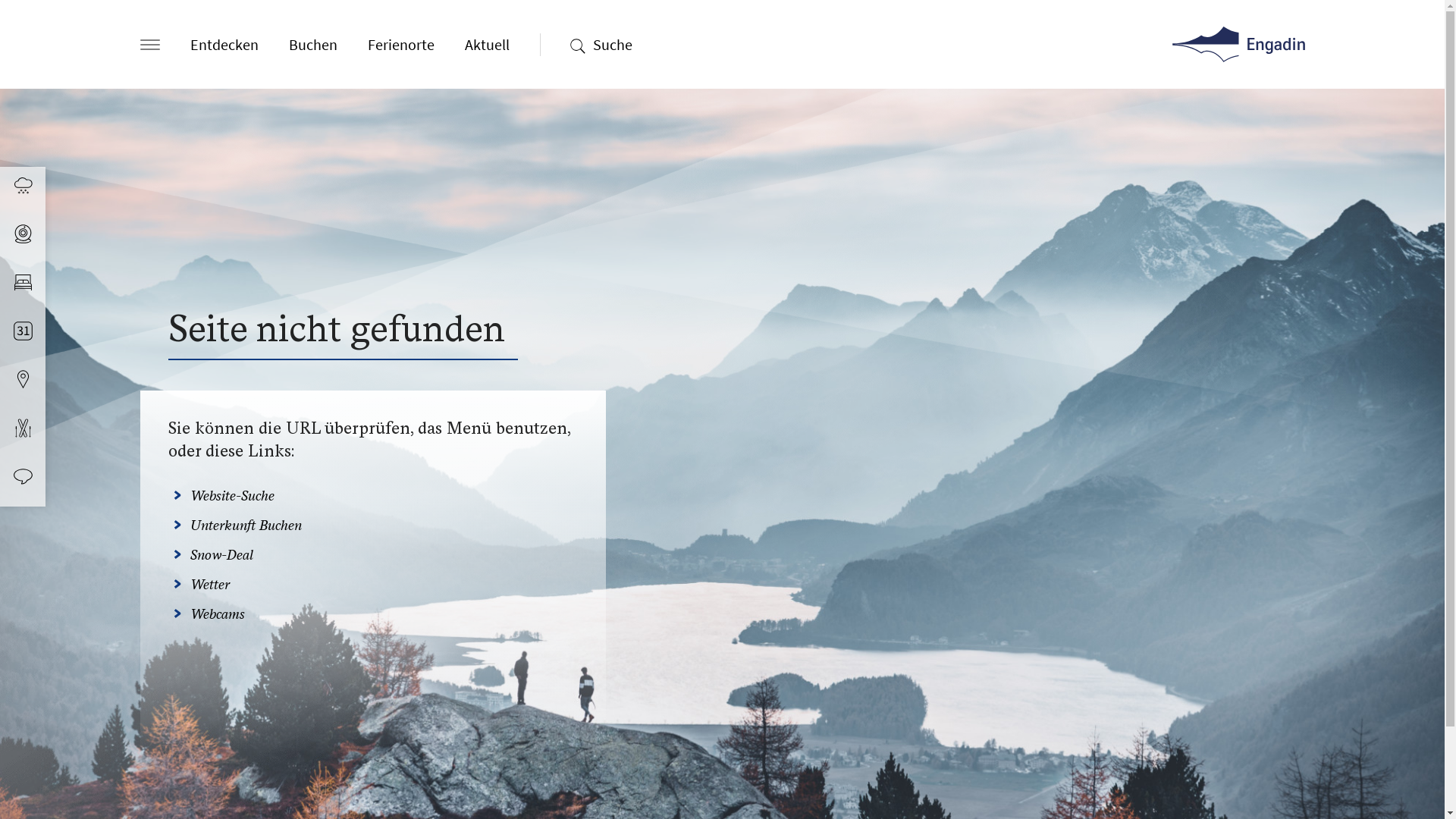  Describe the element at coordinates (222, 43) in the screenshot. I see `'Entdecken'` at that location.